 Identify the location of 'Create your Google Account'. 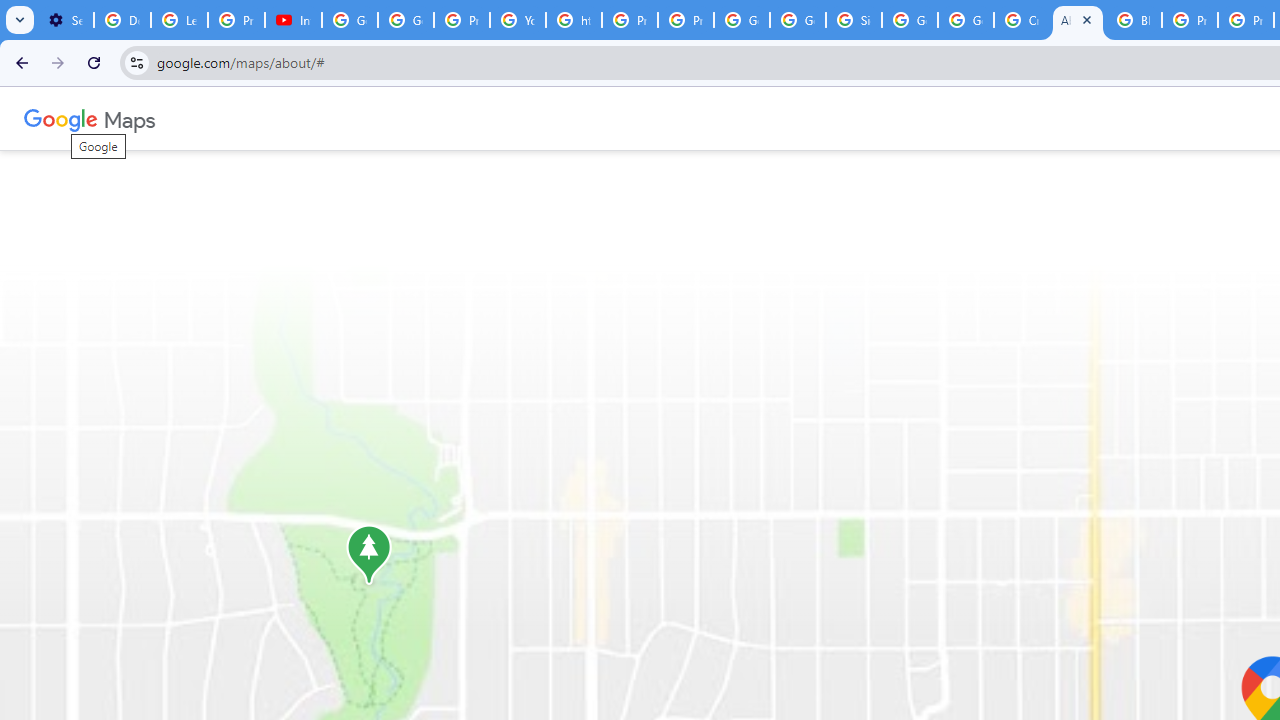
(1022, 20).